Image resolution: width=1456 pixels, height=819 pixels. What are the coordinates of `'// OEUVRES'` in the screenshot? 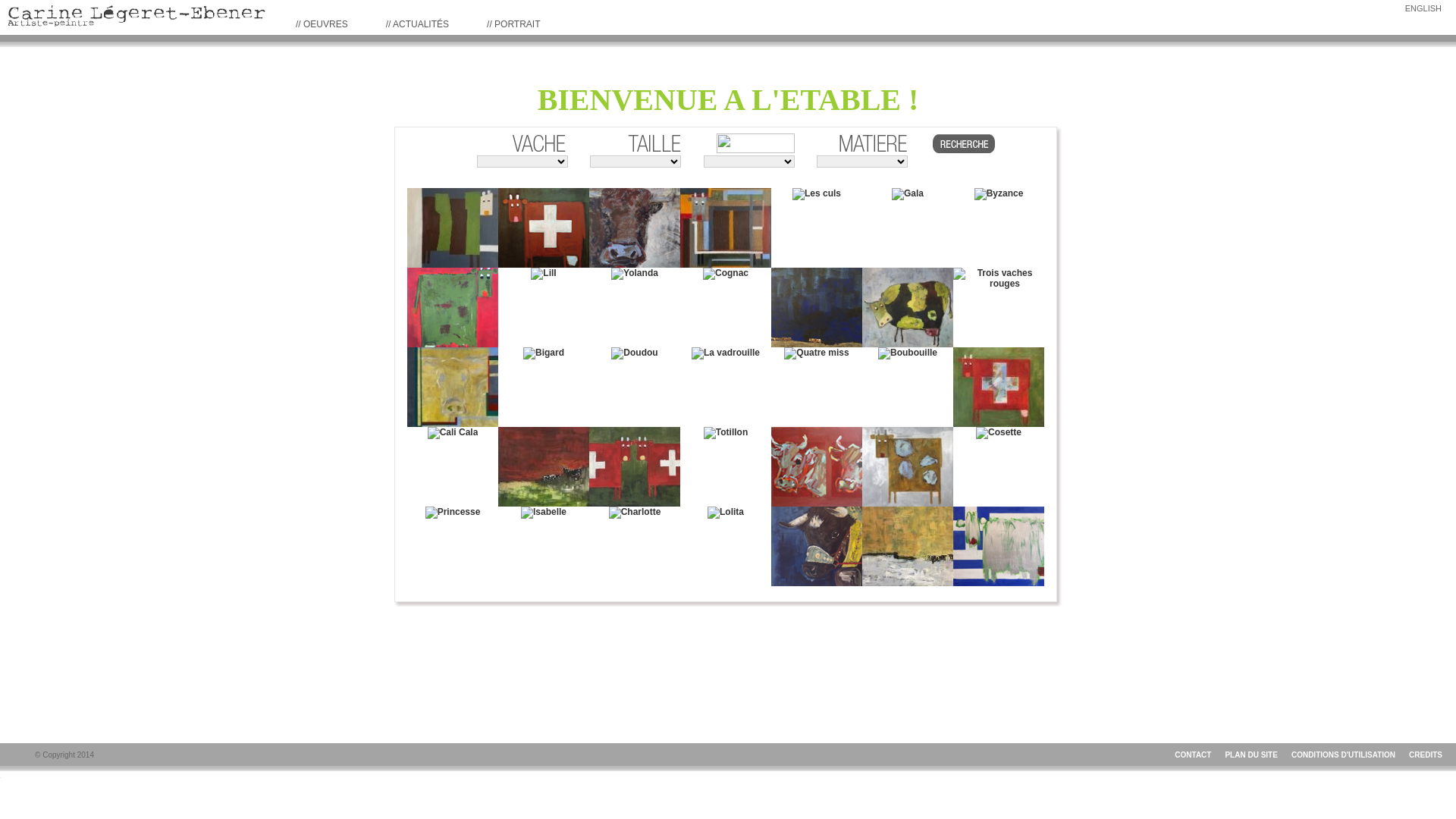 It's located at (321, 24).